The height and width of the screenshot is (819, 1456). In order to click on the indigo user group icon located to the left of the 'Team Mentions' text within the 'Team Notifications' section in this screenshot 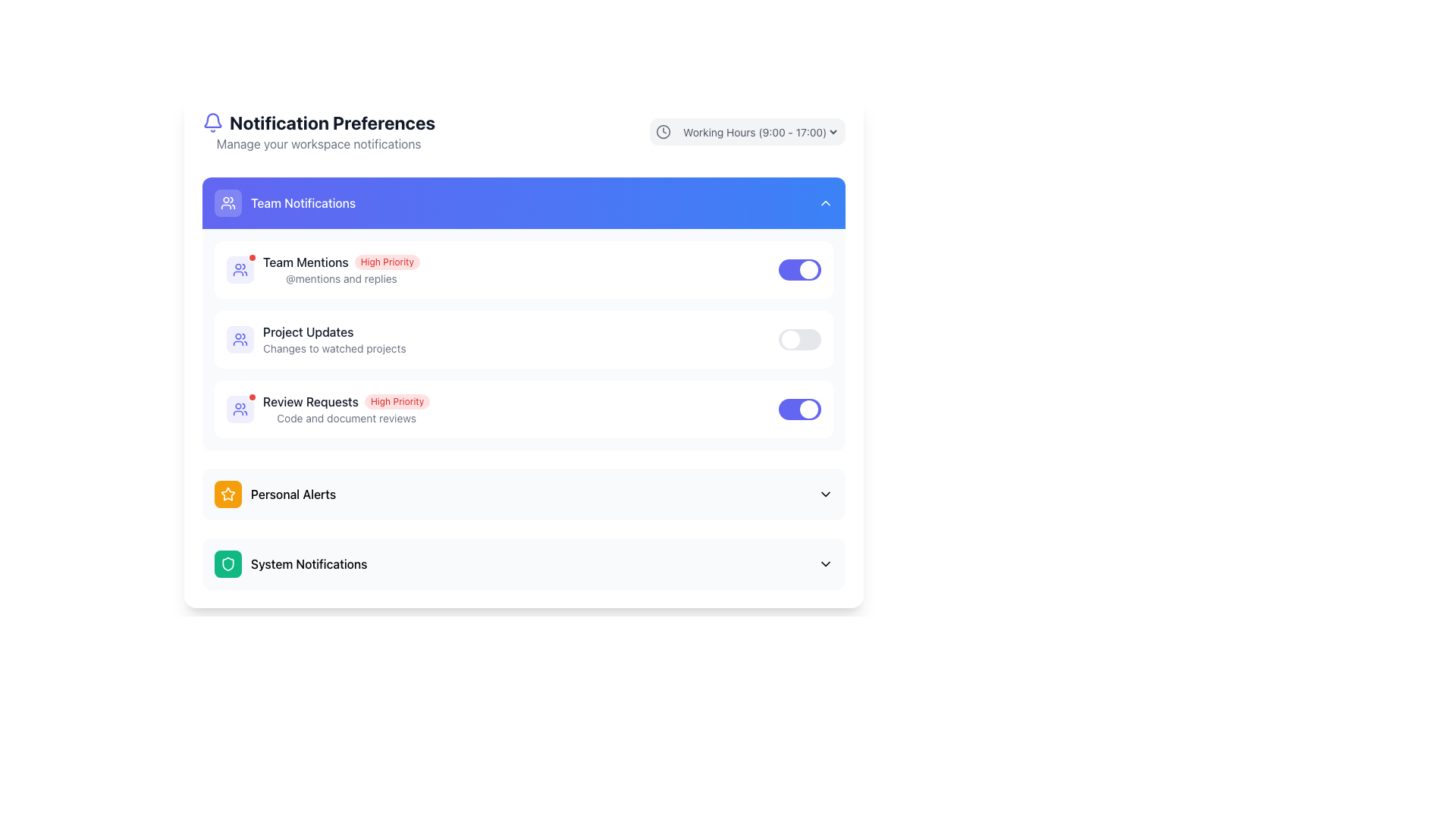, I will do `click(239, 268)`.